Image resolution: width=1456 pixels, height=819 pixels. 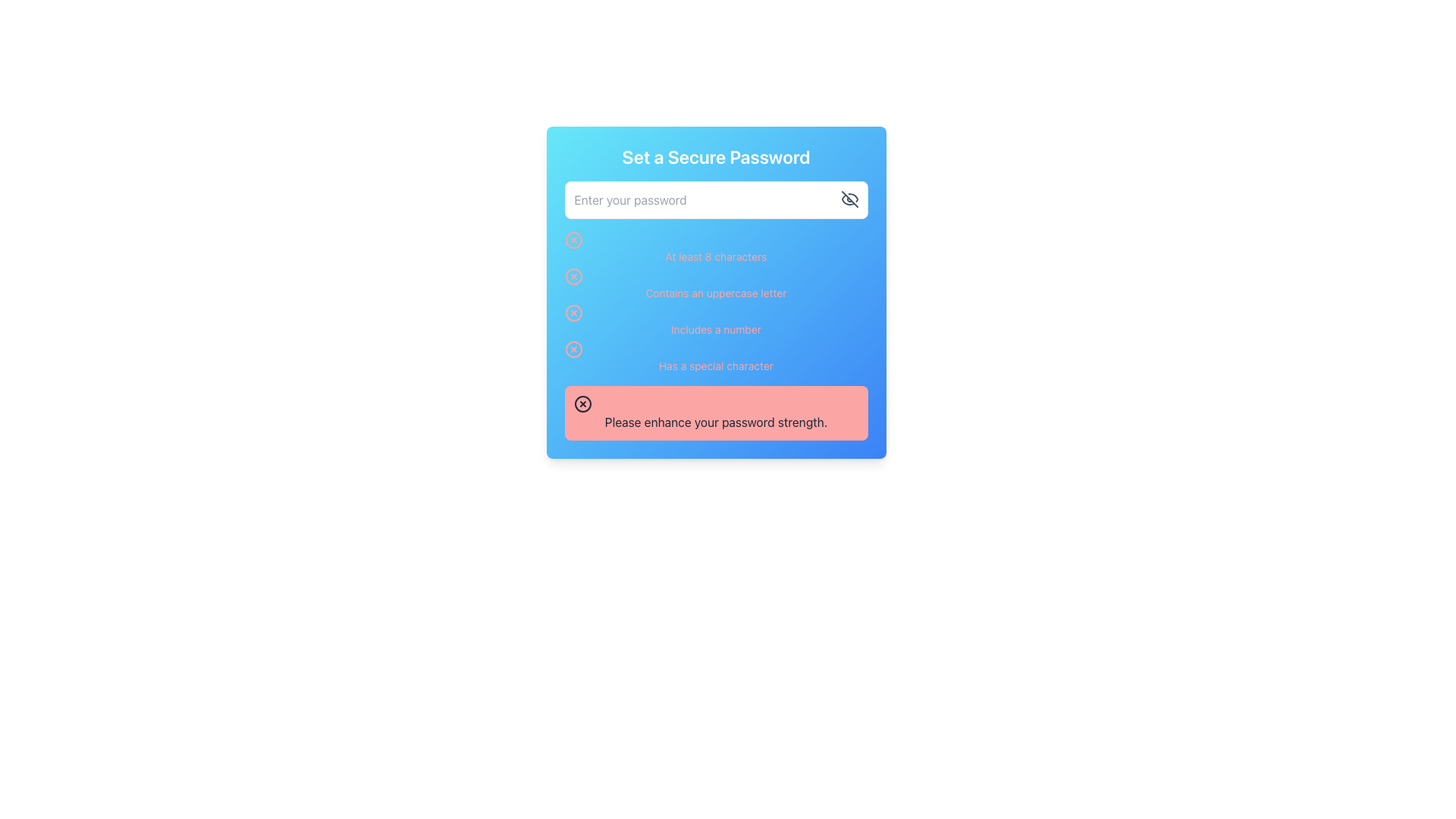 What do you see at coordinates (573, 277) in the screenshot?
I see `the SVG Circle Graphics icon that visually represents the password requirement, located next to the text 'At least 8 characters'` at bounding box center [573, 277].